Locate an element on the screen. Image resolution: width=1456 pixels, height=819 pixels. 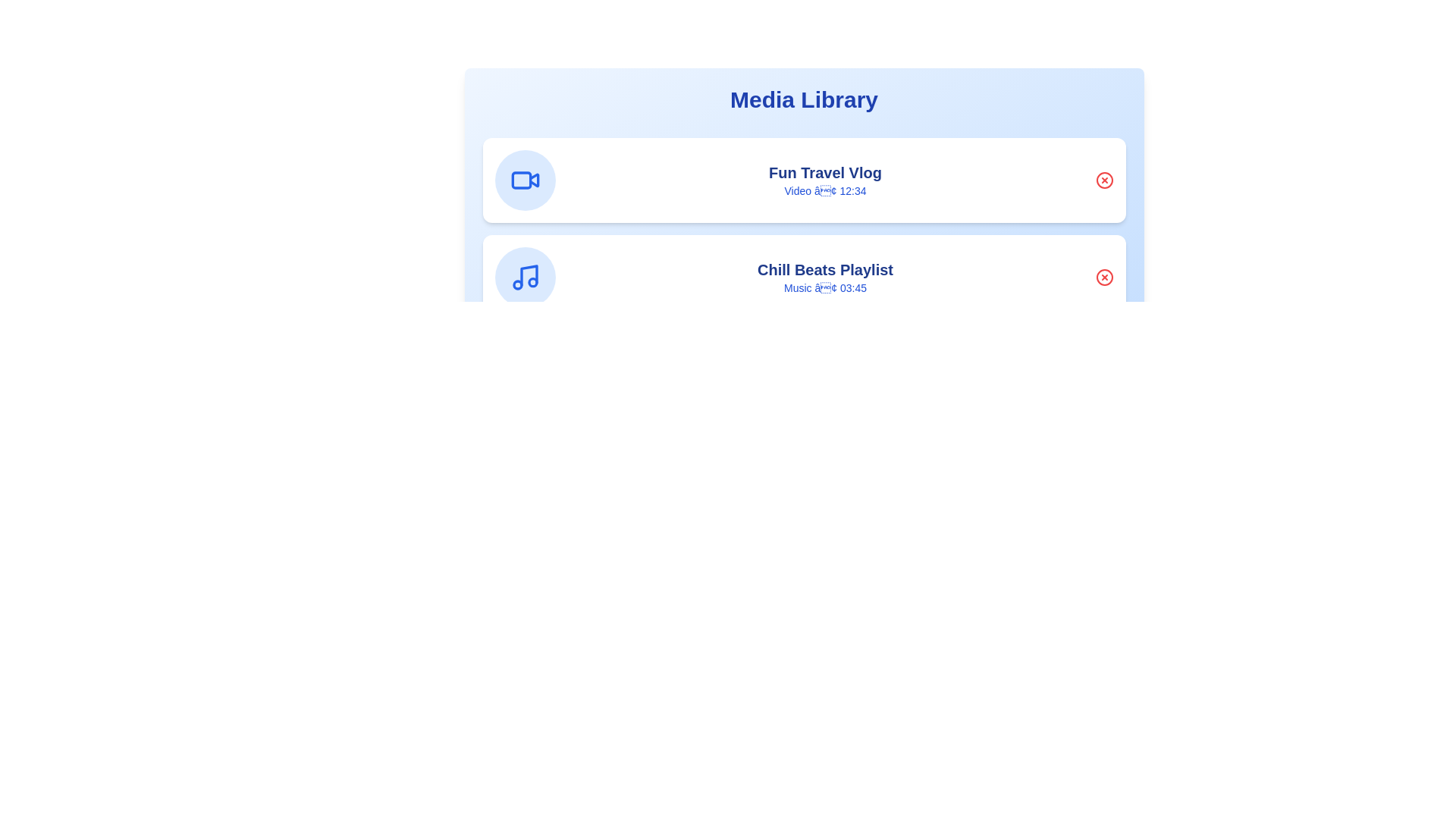
the media item icon corresponding to Fun Travel Vlog is located at coordinates (525, 180).